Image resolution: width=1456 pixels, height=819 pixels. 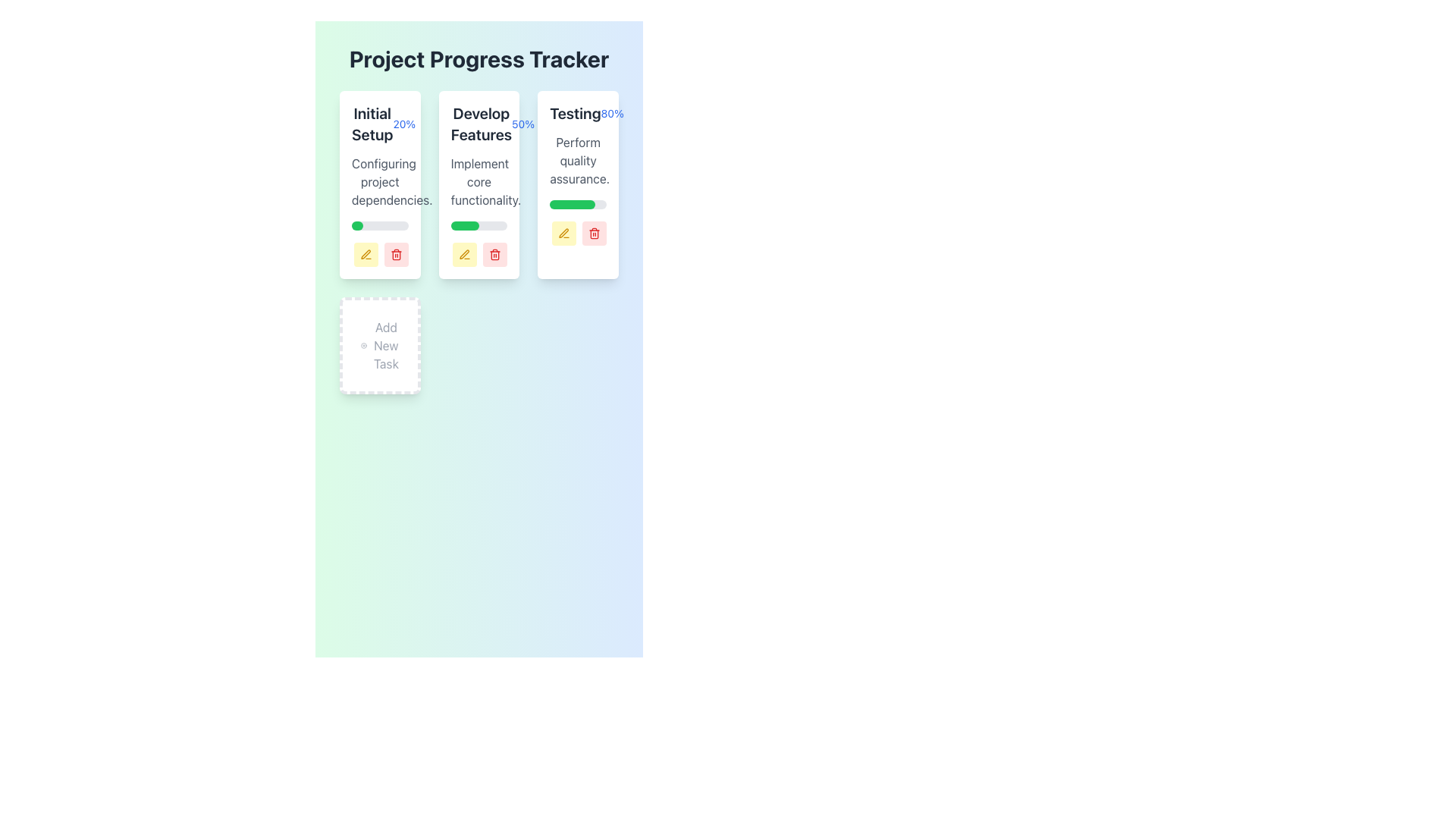 I want to click on the text display element that shows 'Initial Setup' in bold and '20%' in blue, located near the upper-left corner of the Project Progress Tracker card, so click(x=380, y=124).